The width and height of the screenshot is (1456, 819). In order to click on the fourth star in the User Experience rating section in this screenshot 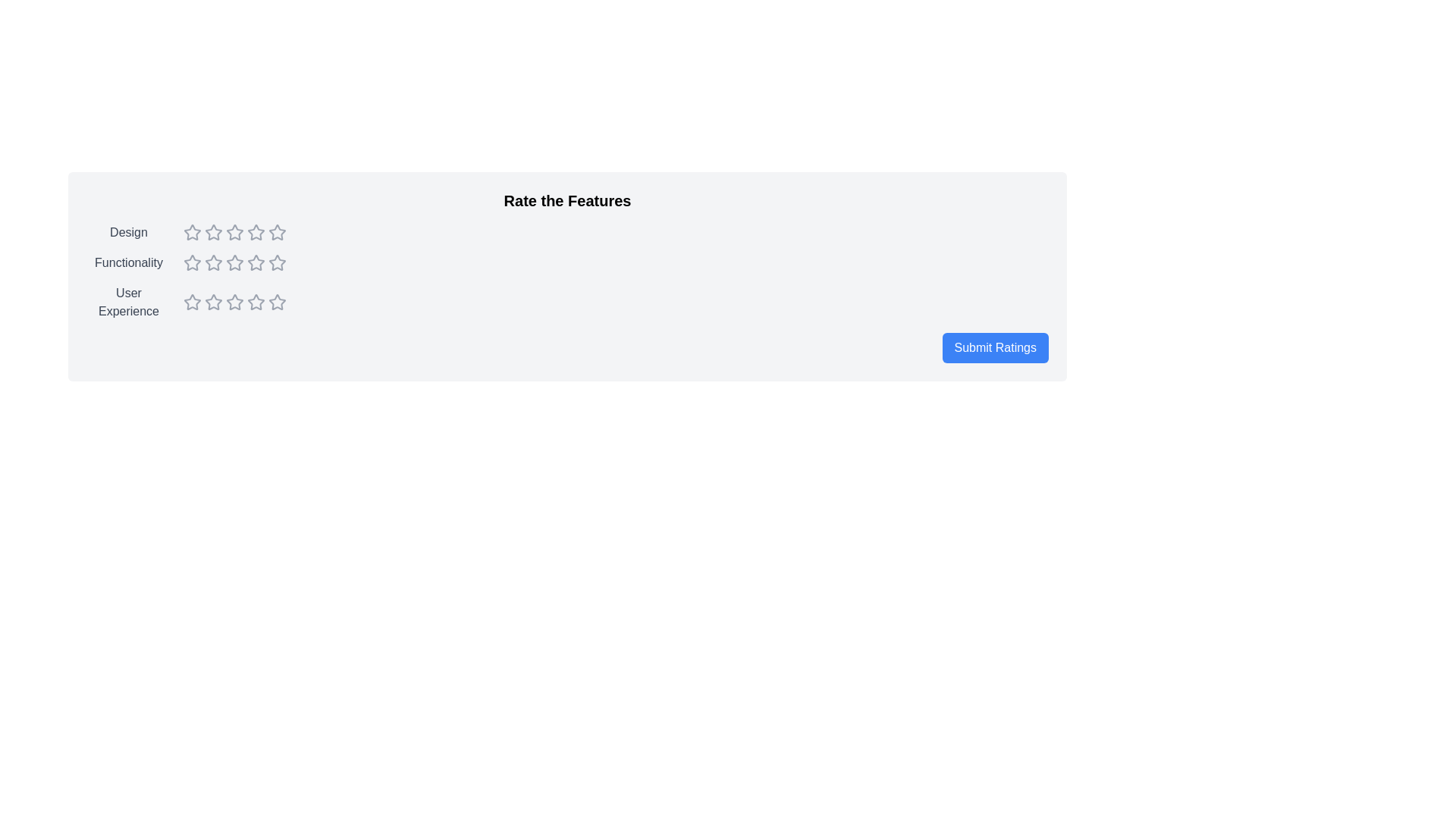, I will do `click(277, 302)`.